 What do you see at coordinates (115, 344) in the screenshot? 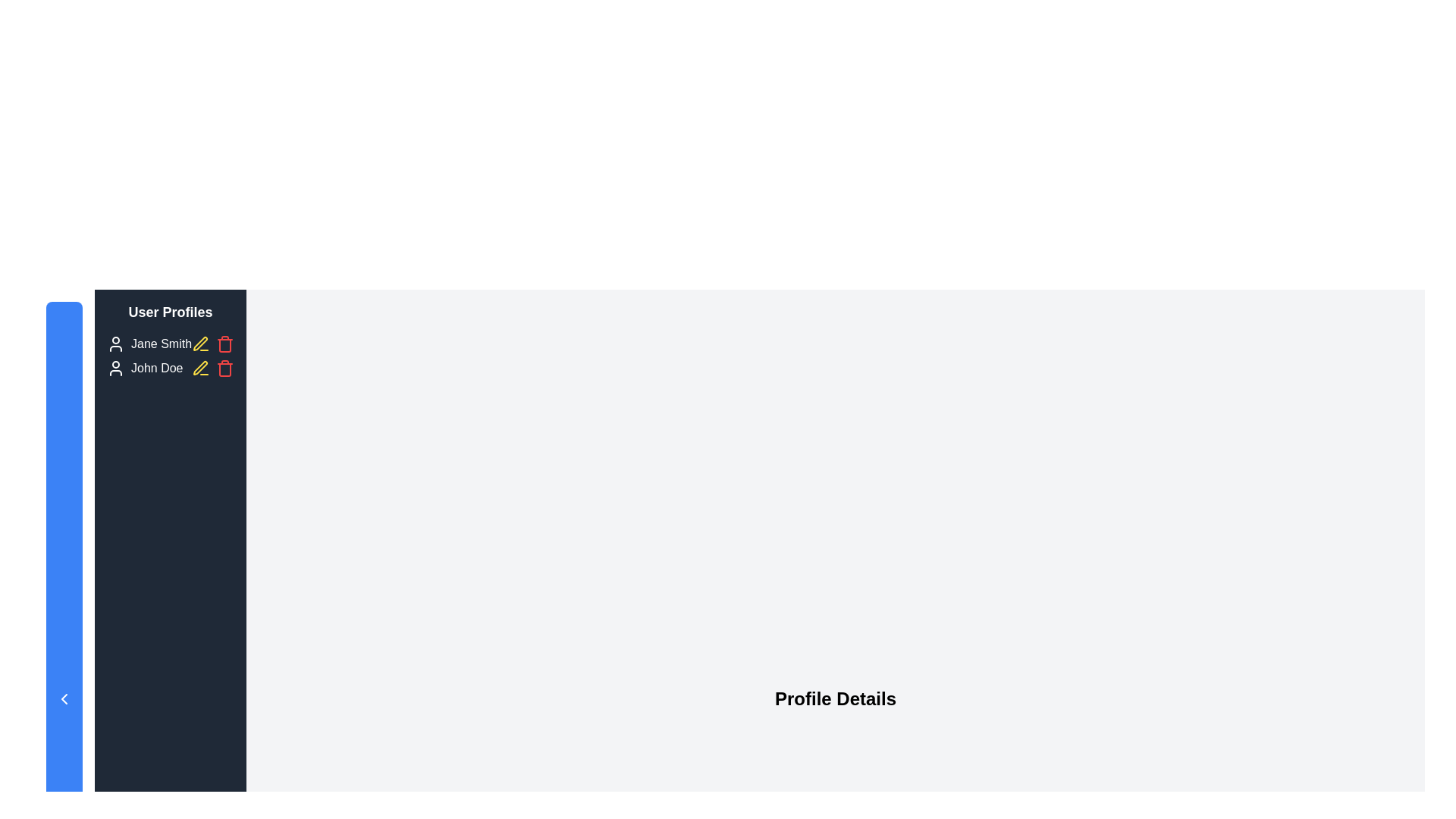
I see `the Decorative icon, which is a user icon shaped like a person silhouette with a circular head and shoulders, styled with a white outline on a dark background, located adjacent to the text 'Jane Smith' in the user list section` at bounding box center [115, 344].